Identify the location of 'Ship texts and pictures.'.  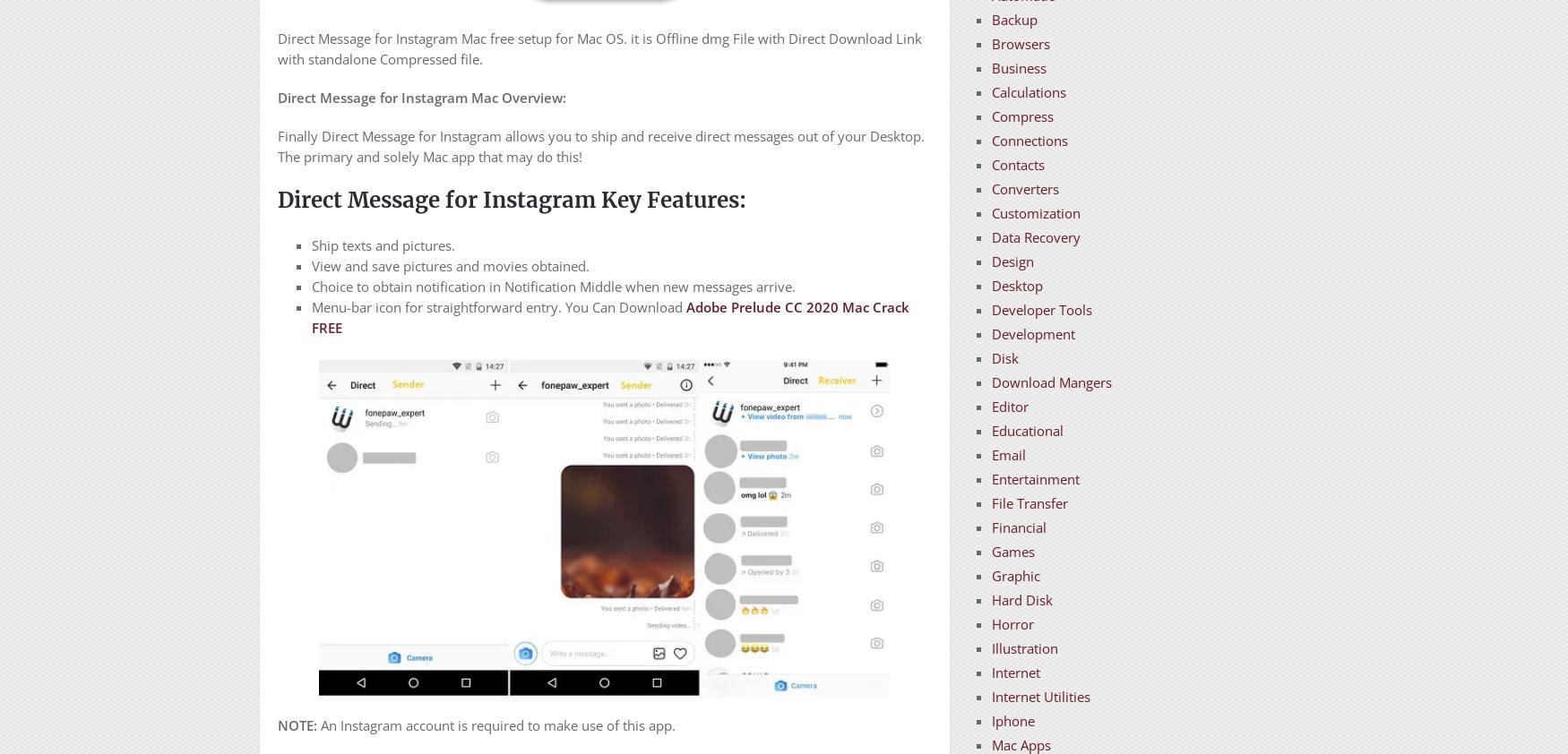
(382, 244).